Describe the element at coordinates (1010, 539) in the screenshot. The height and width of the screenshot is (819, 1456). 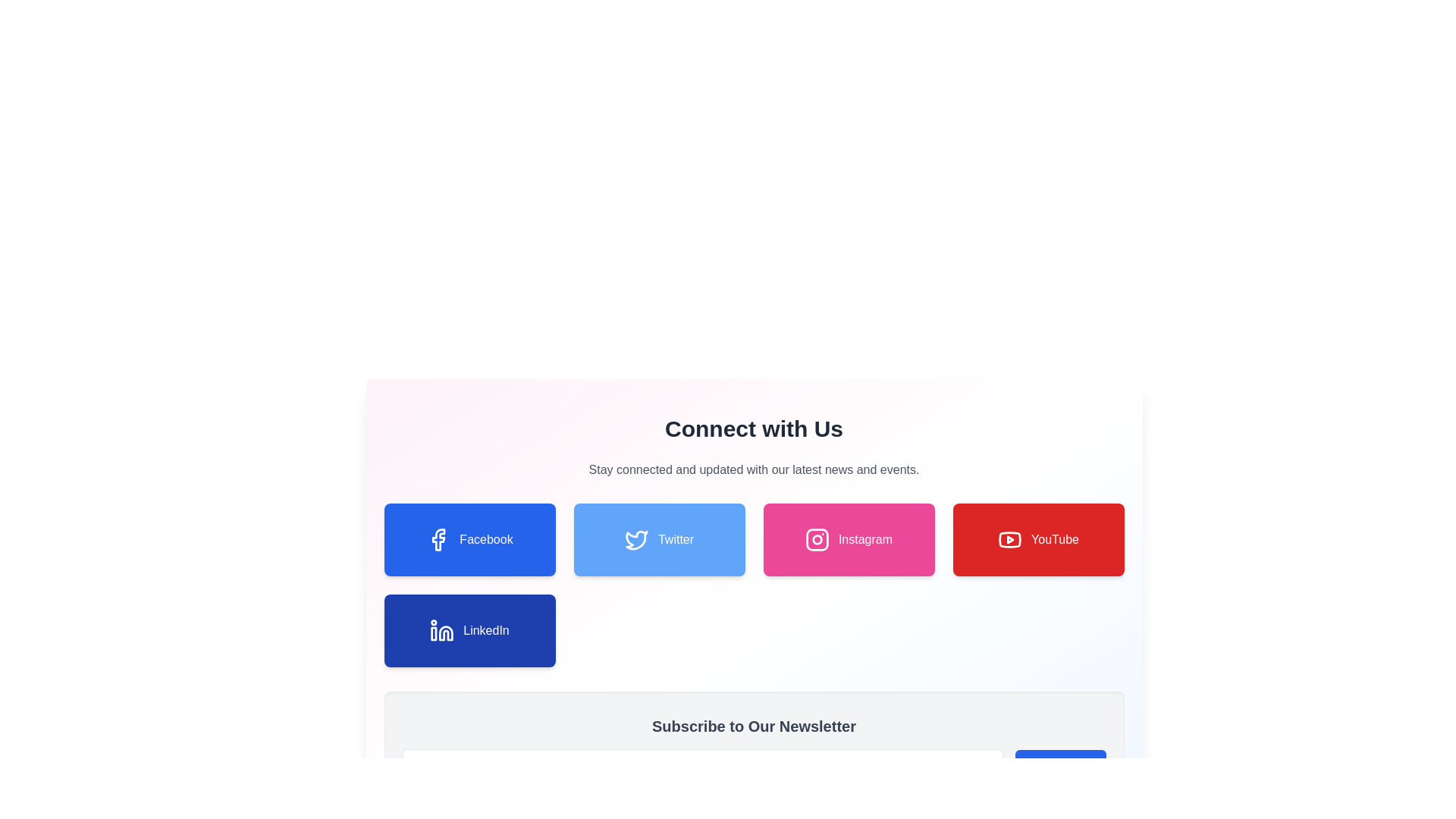
I see `the curved rectangular shape of the YouTube logo, which is styled in red and white, located in the fourth button from the left in the row of social media buttons` at that location.